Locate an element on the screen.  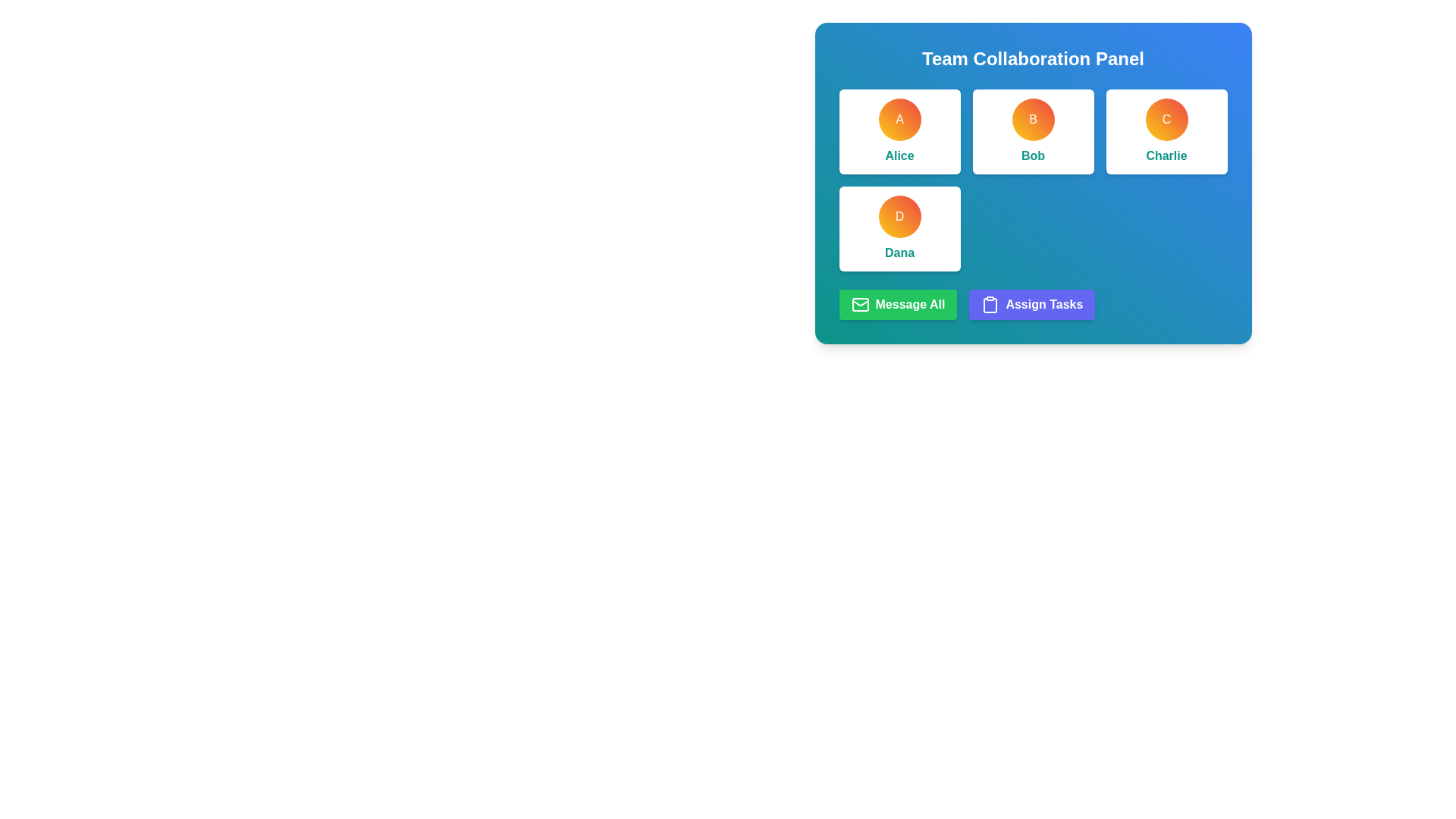
the text label displaying the name 'Charlie' in teal color, located within the white card in the 'Team Collaboration Panel' is located at coordinates (1166, 155).